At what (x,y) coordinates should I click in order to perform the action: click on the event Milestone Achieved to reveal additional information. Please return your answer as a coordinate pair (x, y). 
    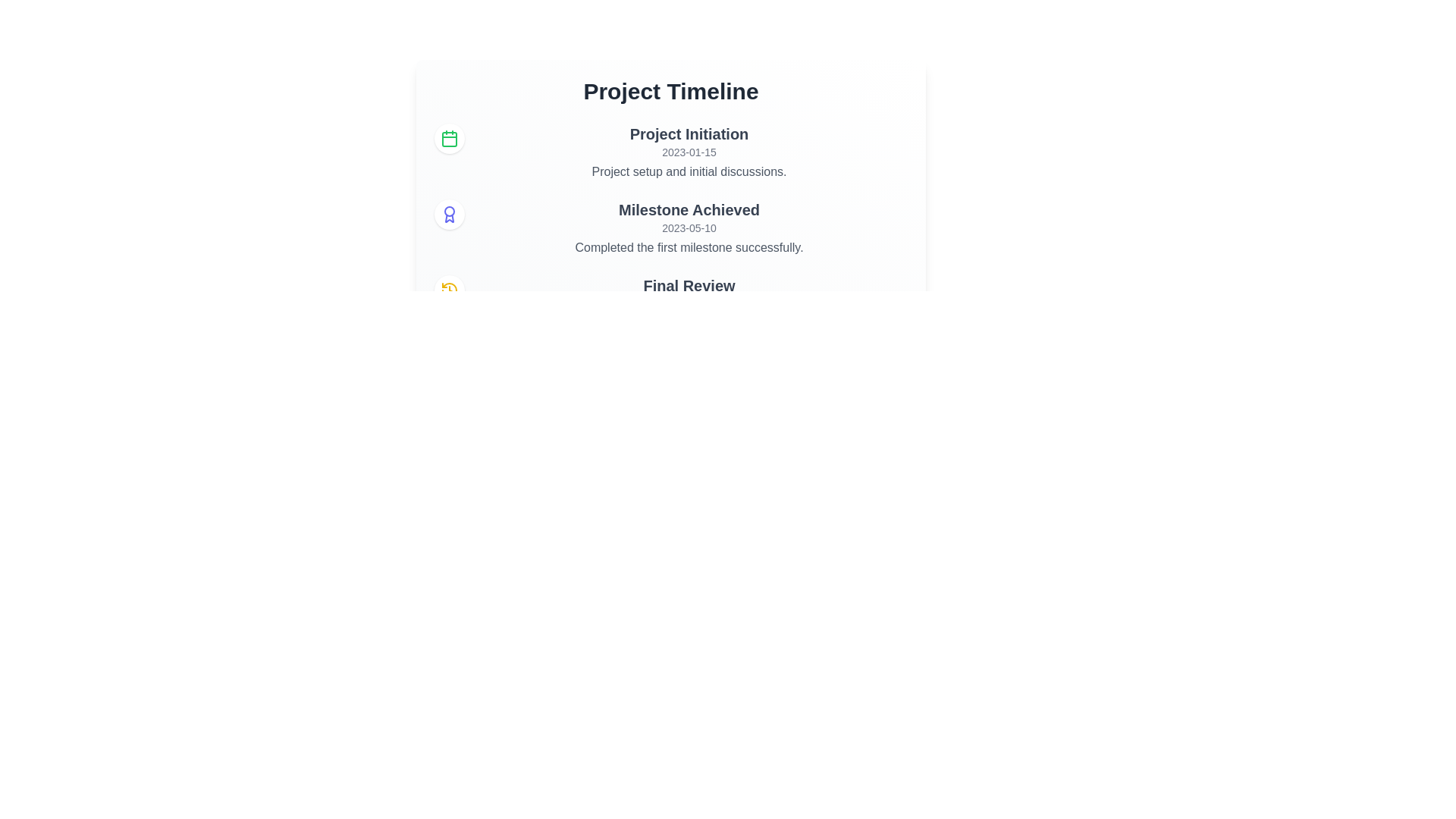
    Looking at the image, I should click on (449, 214).